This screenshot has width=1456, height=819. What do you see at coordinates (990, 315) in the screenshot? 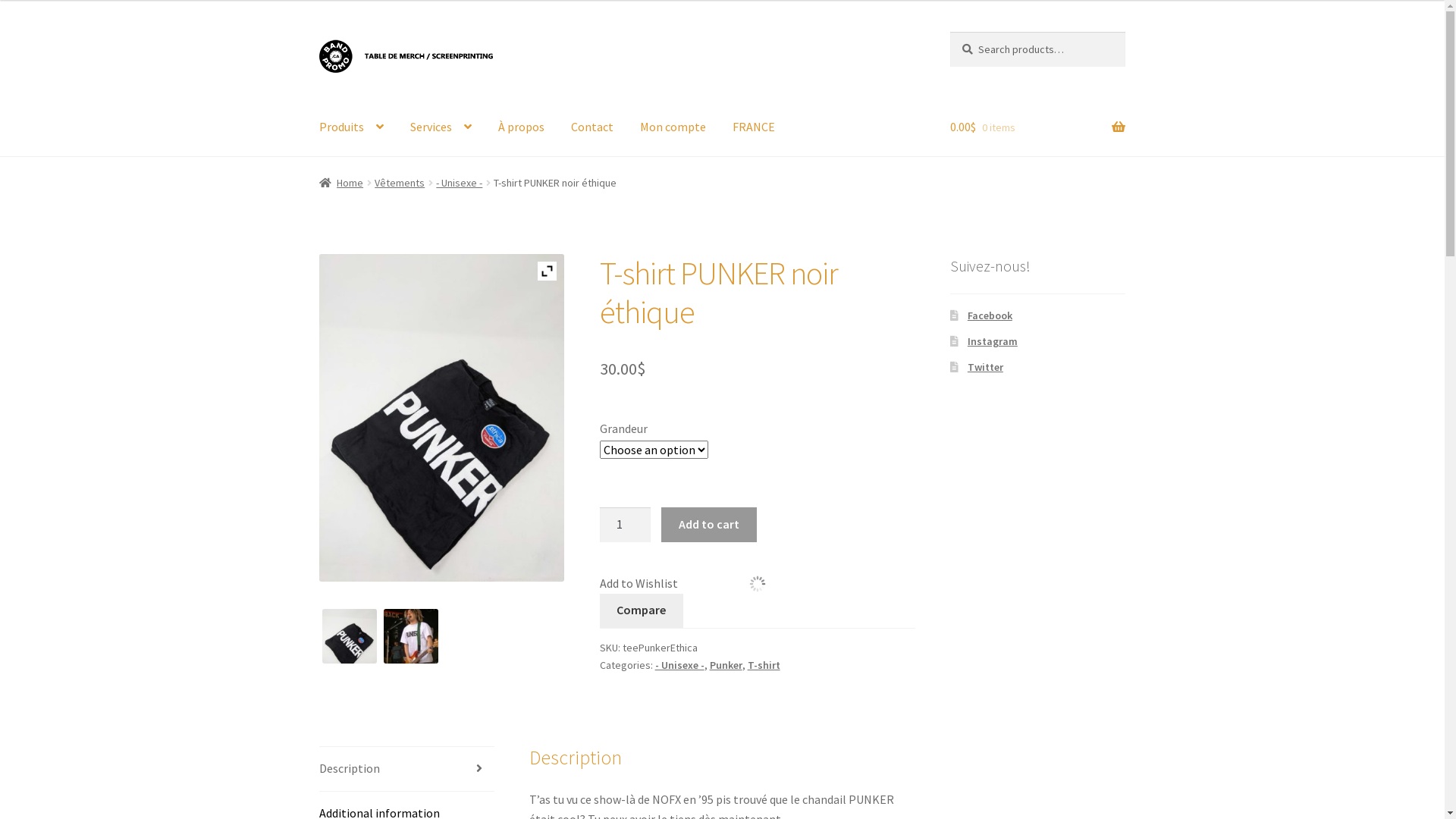
I see `'Facebook'` at bounding box center [990, 315].